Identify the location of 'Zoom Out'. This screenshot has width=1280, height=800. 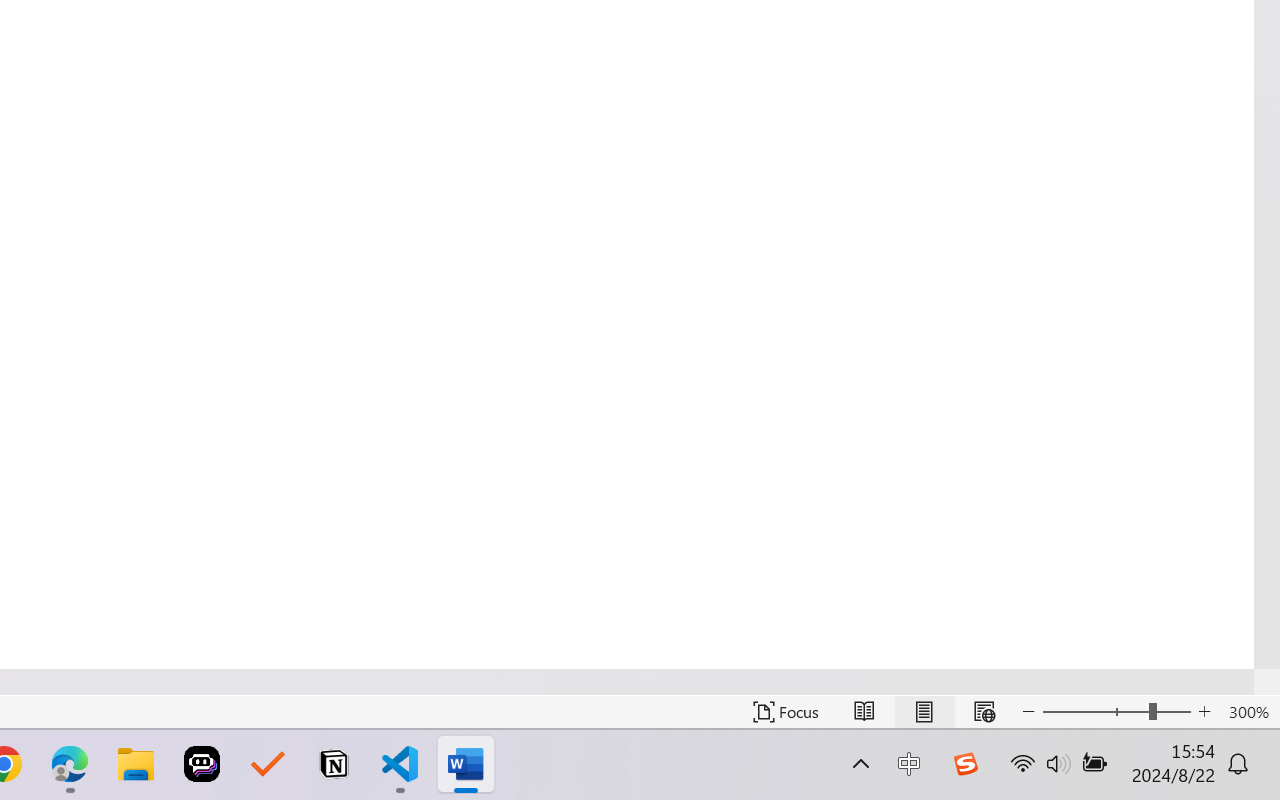
(1094, 711).